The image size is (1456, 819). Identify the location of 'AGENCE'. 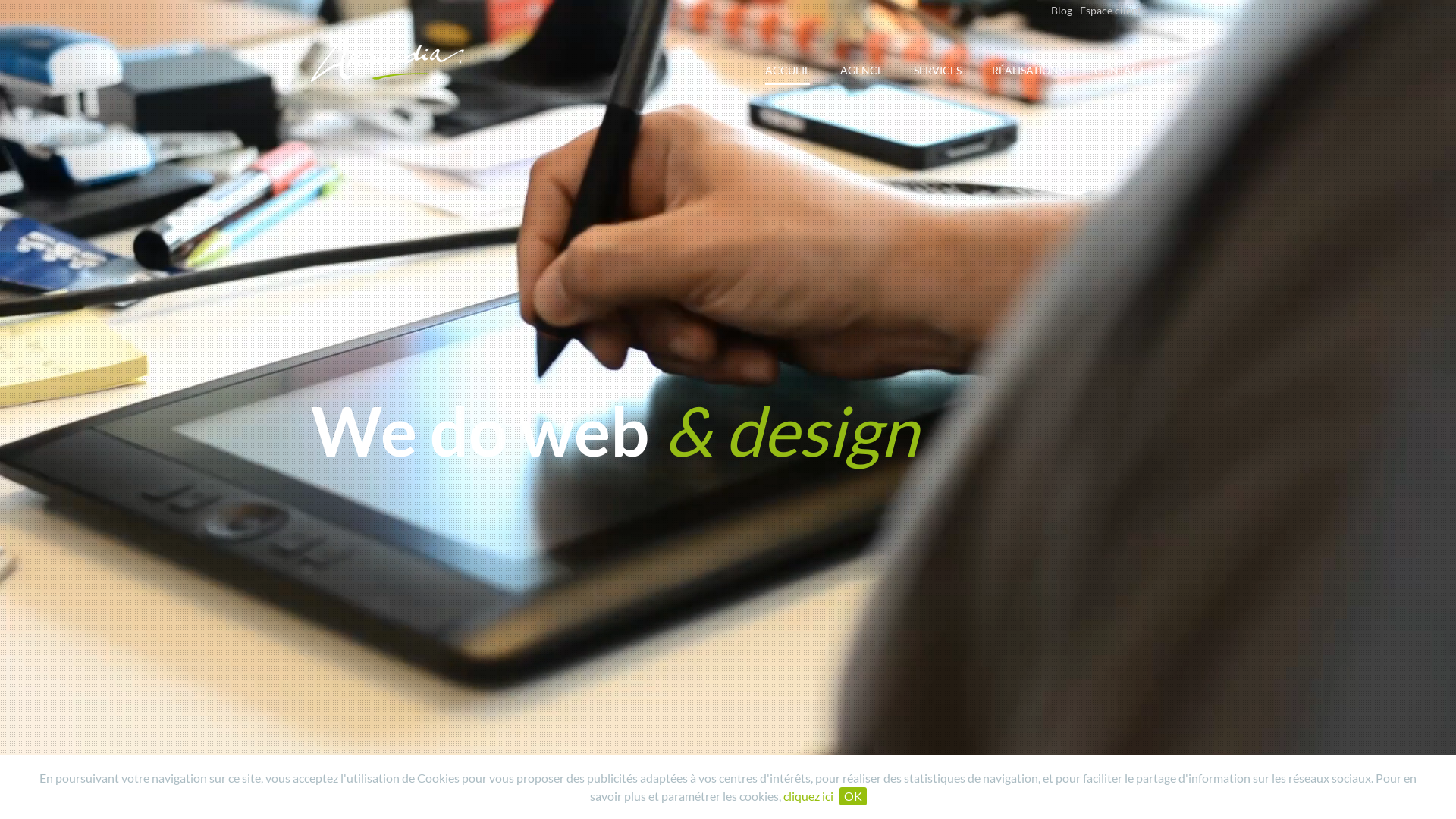
(861, 79).